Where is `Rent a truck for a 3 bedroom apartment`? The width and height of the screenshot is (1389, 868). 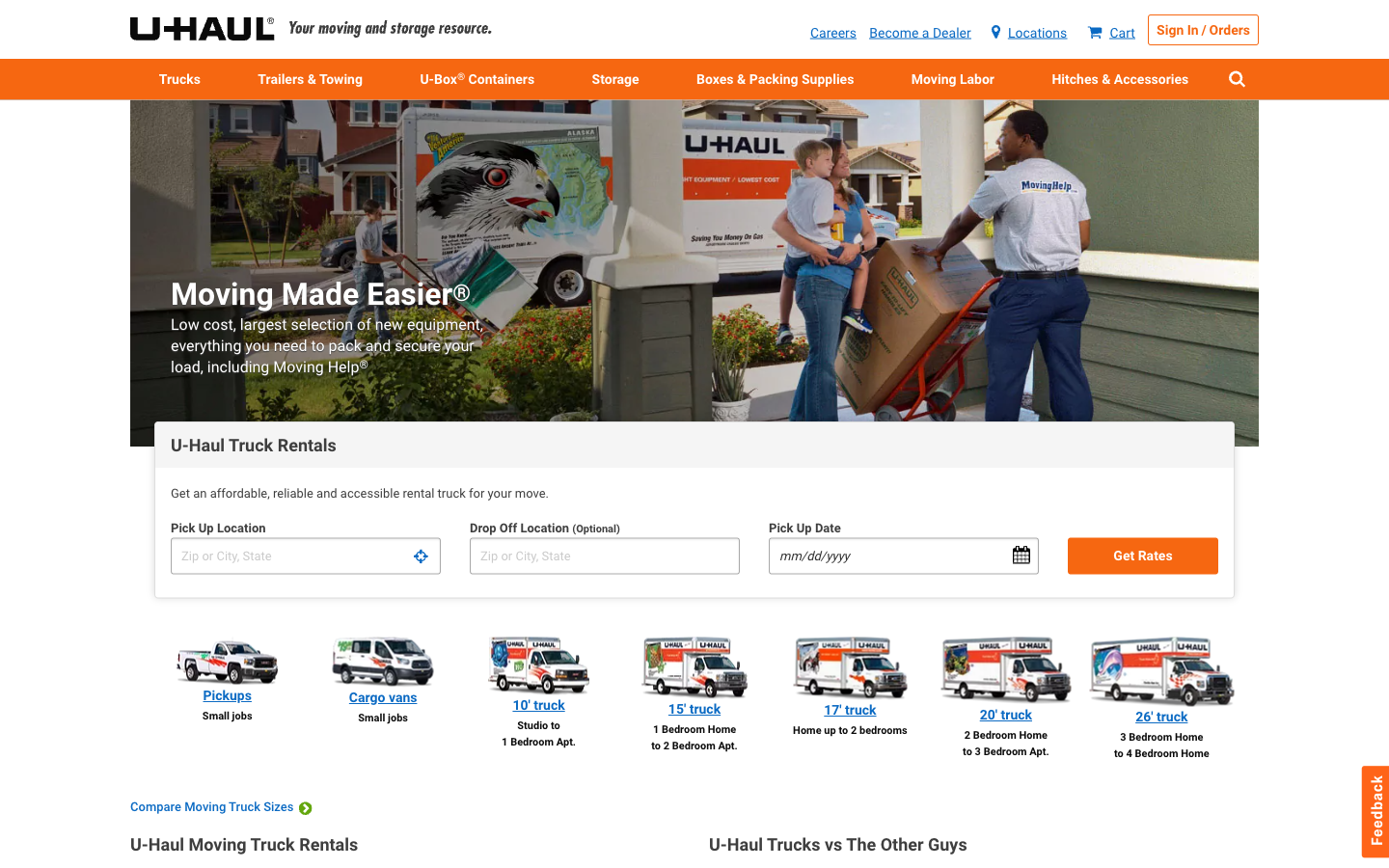 Rent a truck for a 3 bedroom apartment is located at coordinates (1005, 697).